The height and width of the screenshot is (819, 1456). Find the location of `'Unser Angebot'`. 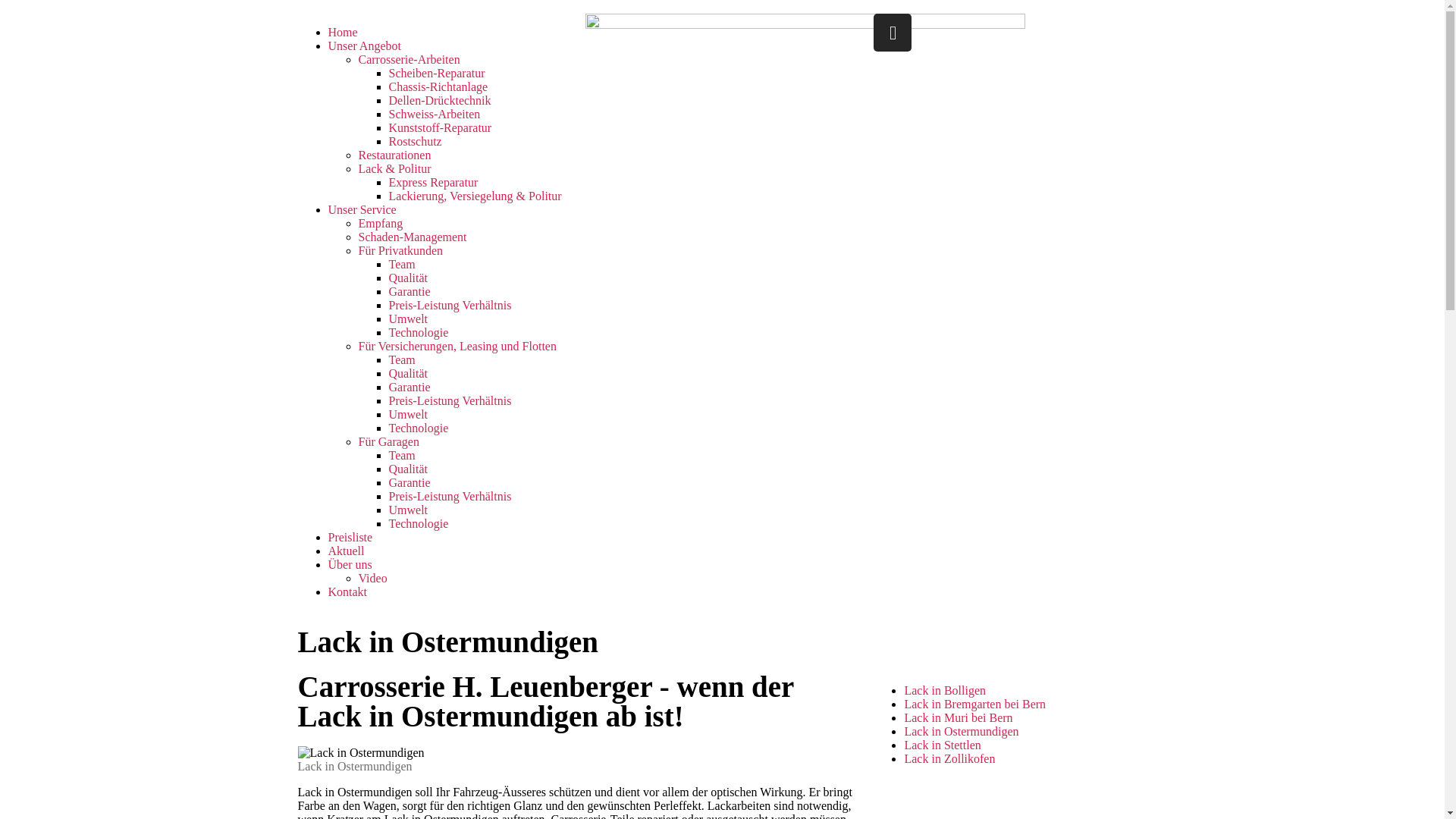

'Unser Angebot' is located at coordinates (327, 45).